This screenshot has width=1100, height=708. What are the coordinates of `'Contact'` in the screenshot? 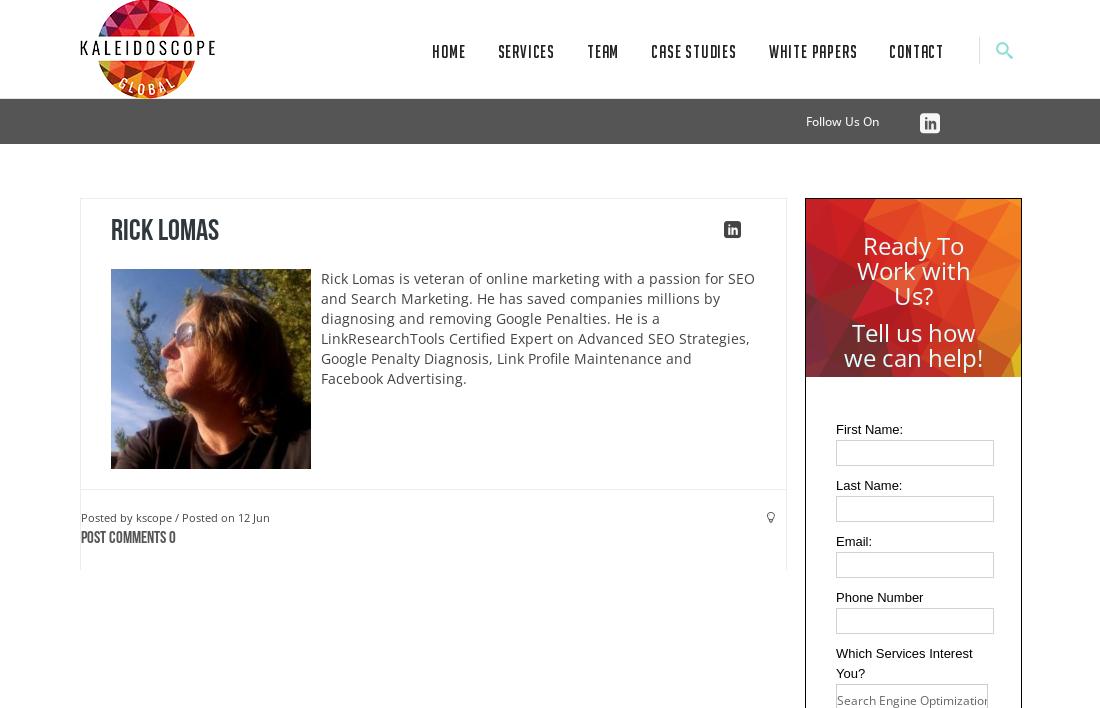 It's located at (916, 51).